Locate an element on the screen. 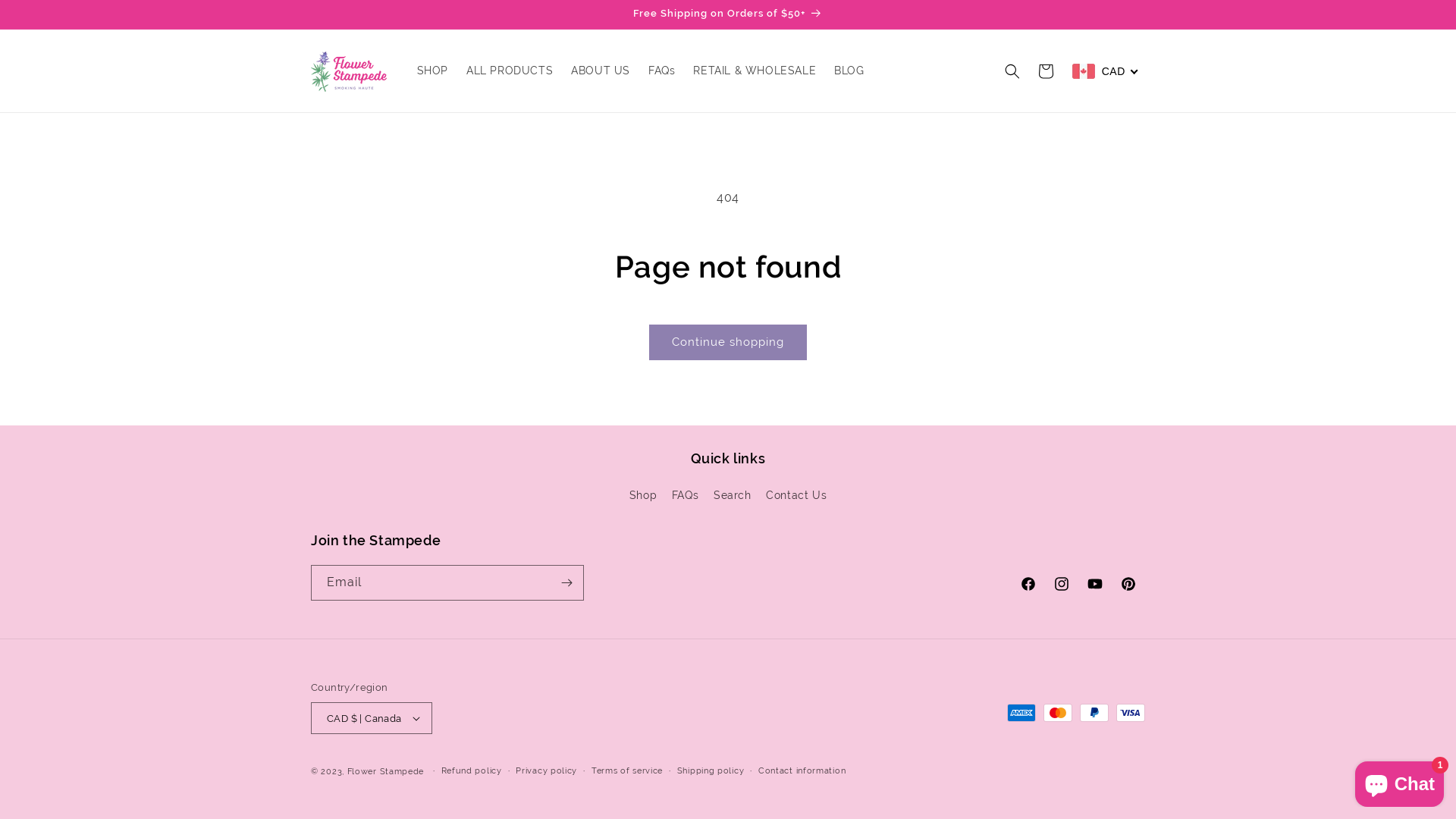 This screenshot has width=1456, height=819. 'CAD $ | Canada' is located at coordinates (371, 717).